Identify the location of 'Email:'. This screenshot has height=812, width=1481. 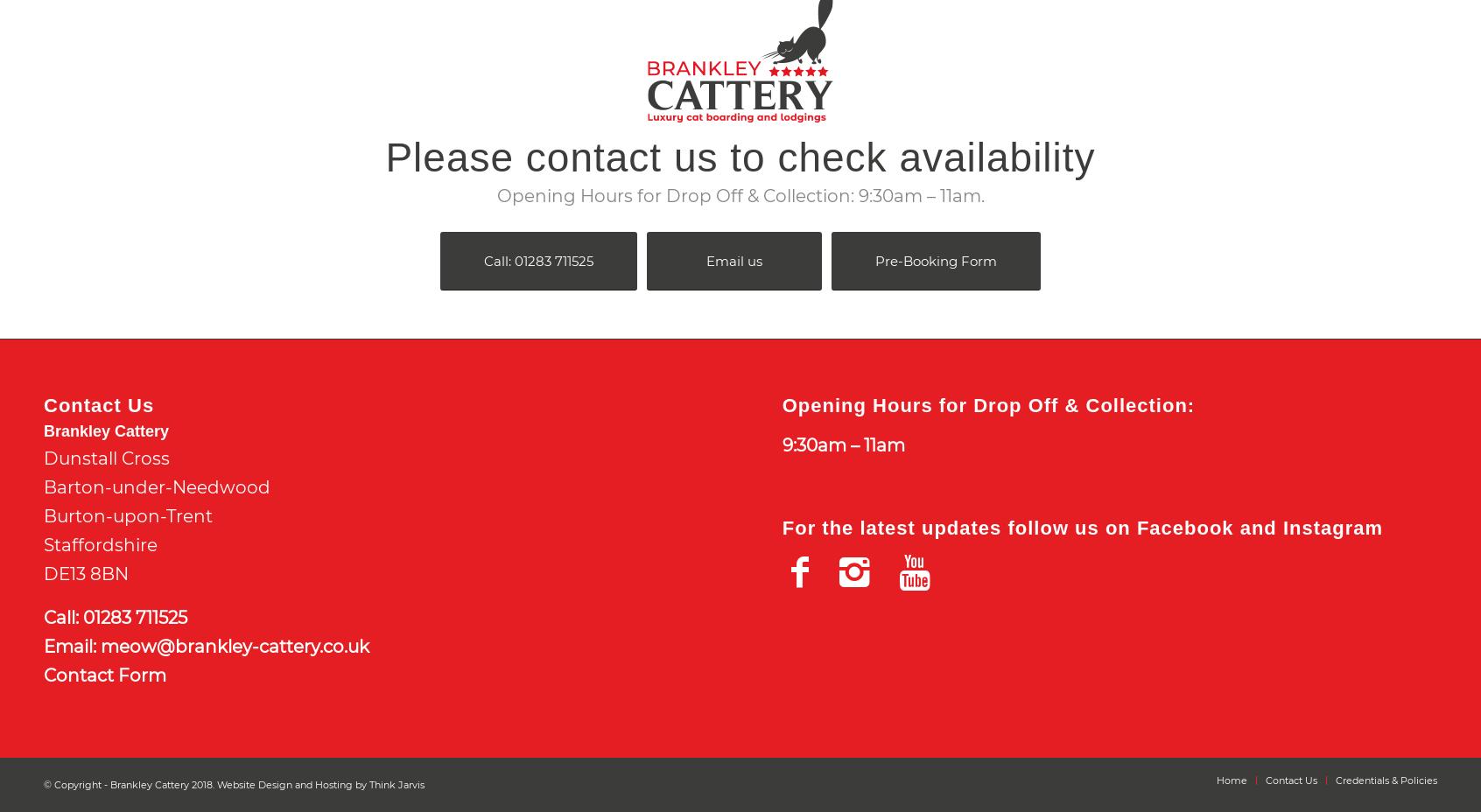
(43, 645).